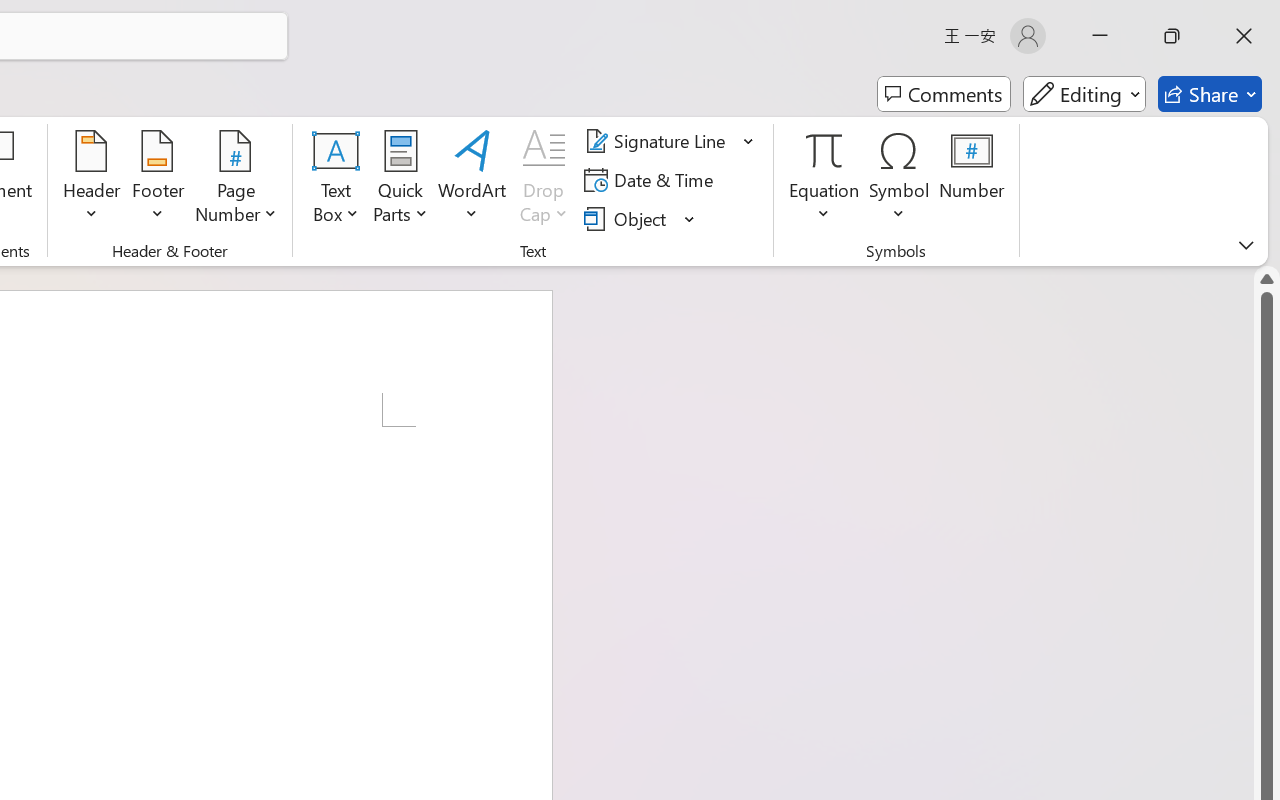 The image size is (1280, 800). What do you see at coordinates (91, 179) in the screenshot?
I see `'Header'` at bounding box center [91, 179].